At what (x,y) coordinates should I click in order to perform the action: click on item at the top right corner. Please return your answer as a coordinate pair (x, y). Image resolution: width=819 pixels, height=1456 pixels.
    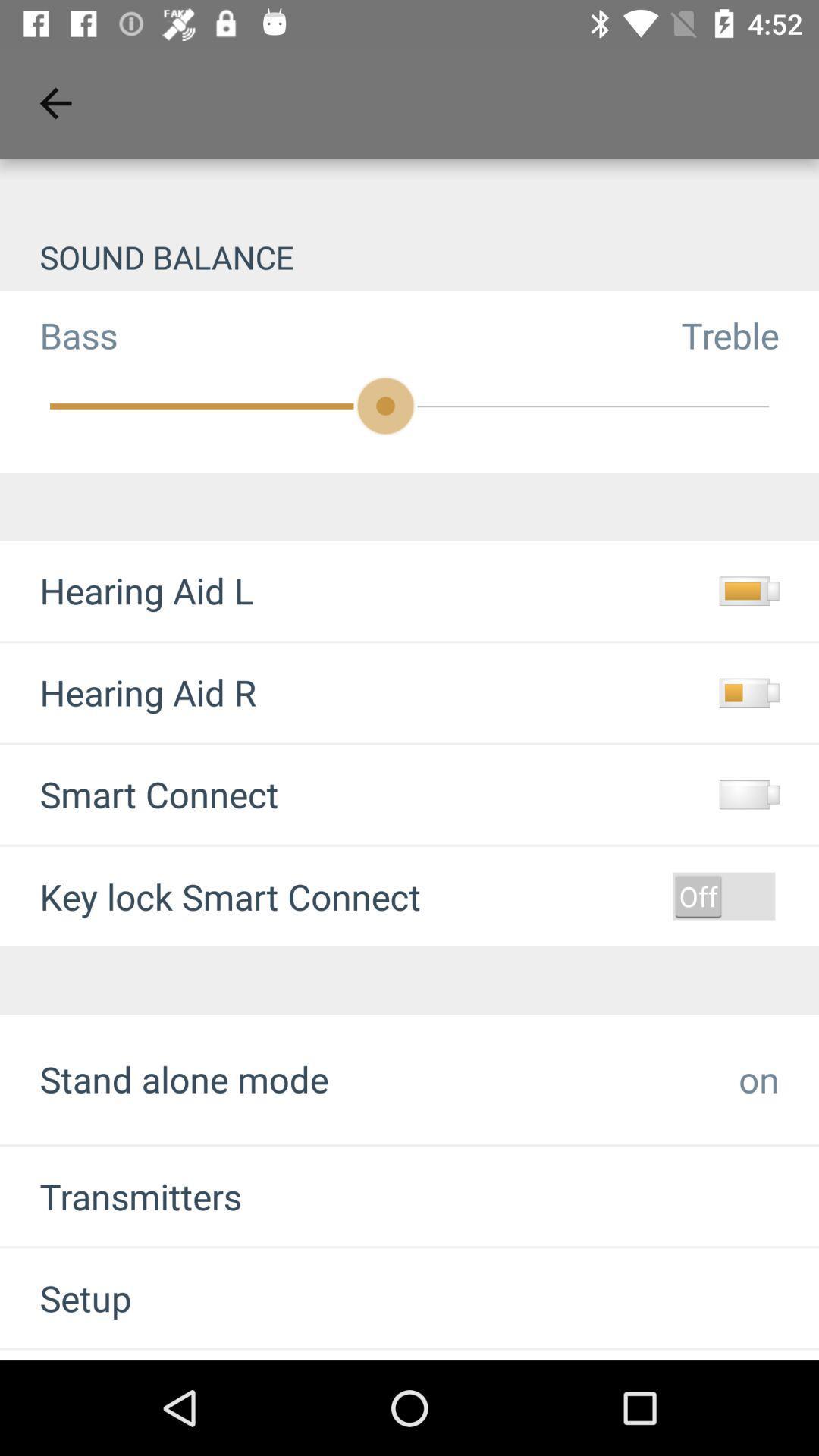
    Looking at the image, I should click on (749, 334).